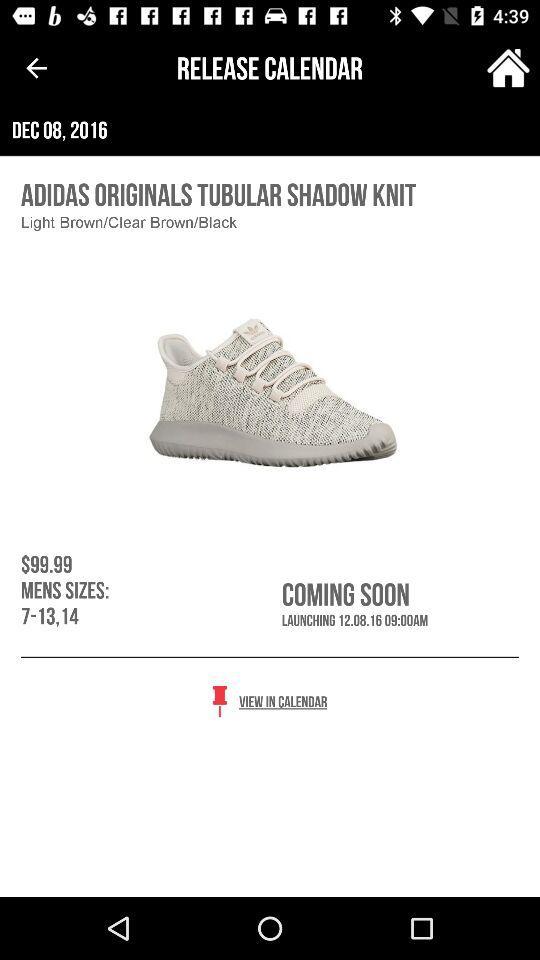 This screenshot has height=960, width=540. Describe the element at coordinates (508, 68) in the screenshot. I see `the icon above the dec 08, 2016` at that location.